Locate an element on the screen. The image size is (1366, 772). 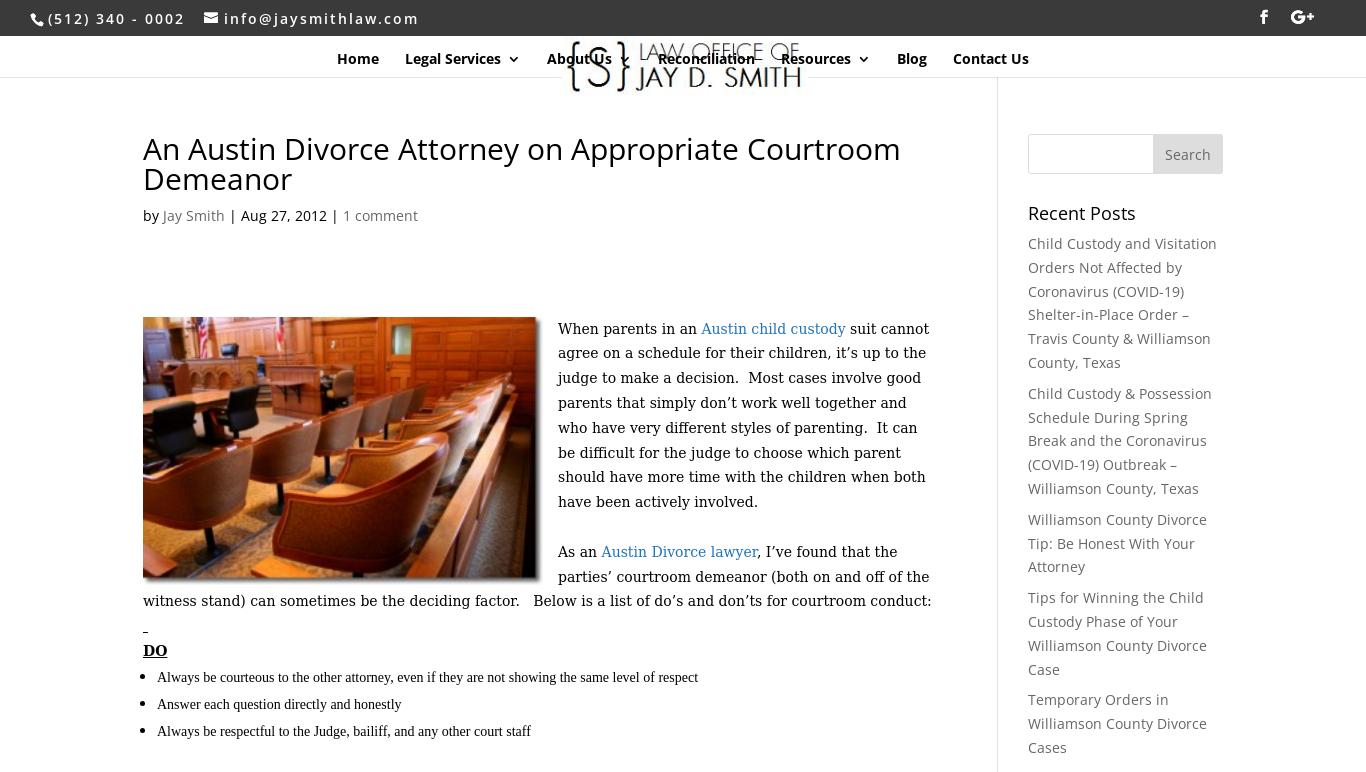
'Payments' is located at coordinates (854, 238).